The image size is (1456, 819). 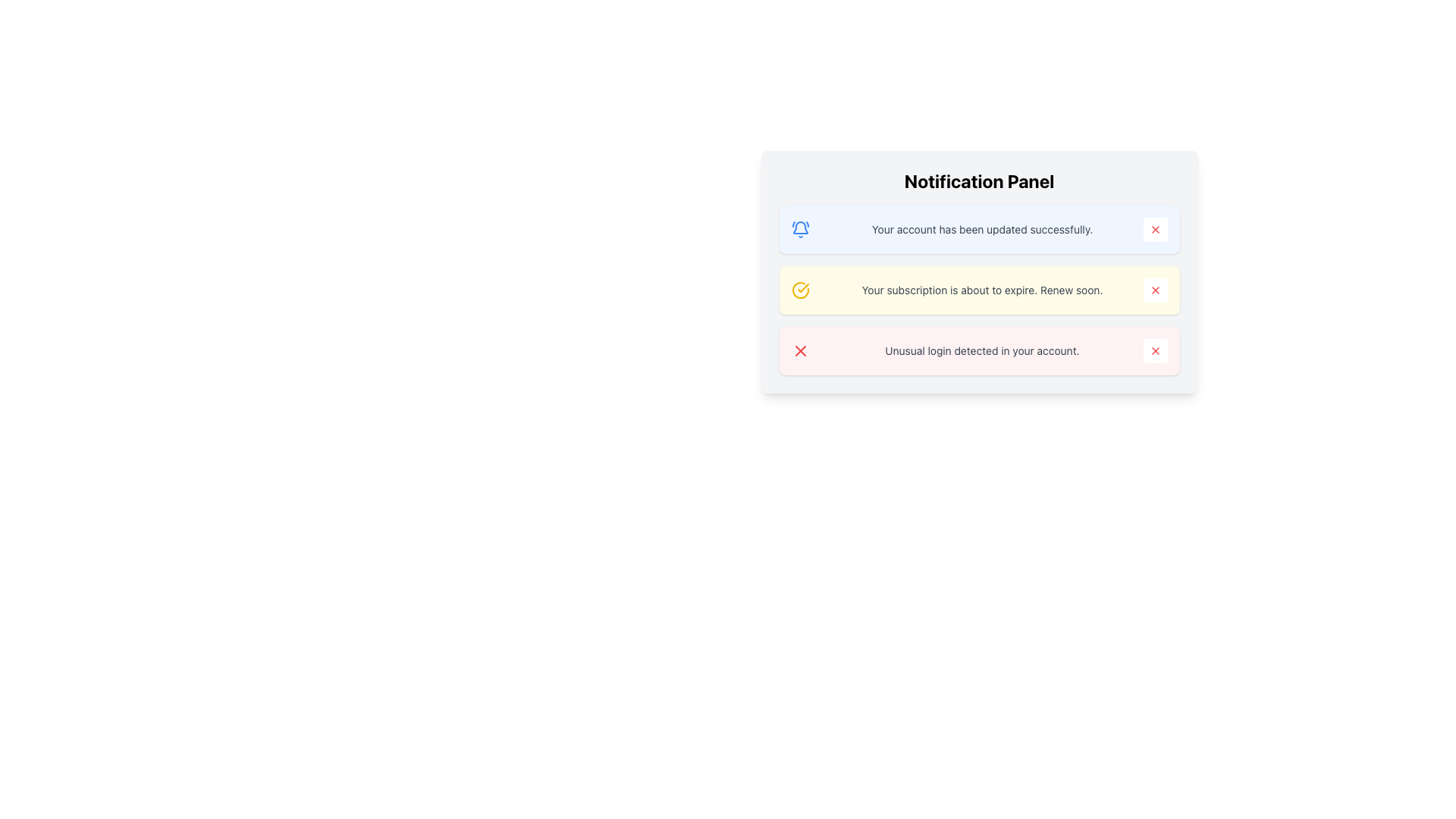 I want to click on the dismiss button located in the notification panel's second row, to the right of the message 'Your subscription is about to expire. Renew soon.', so click(x=1154, y=290).